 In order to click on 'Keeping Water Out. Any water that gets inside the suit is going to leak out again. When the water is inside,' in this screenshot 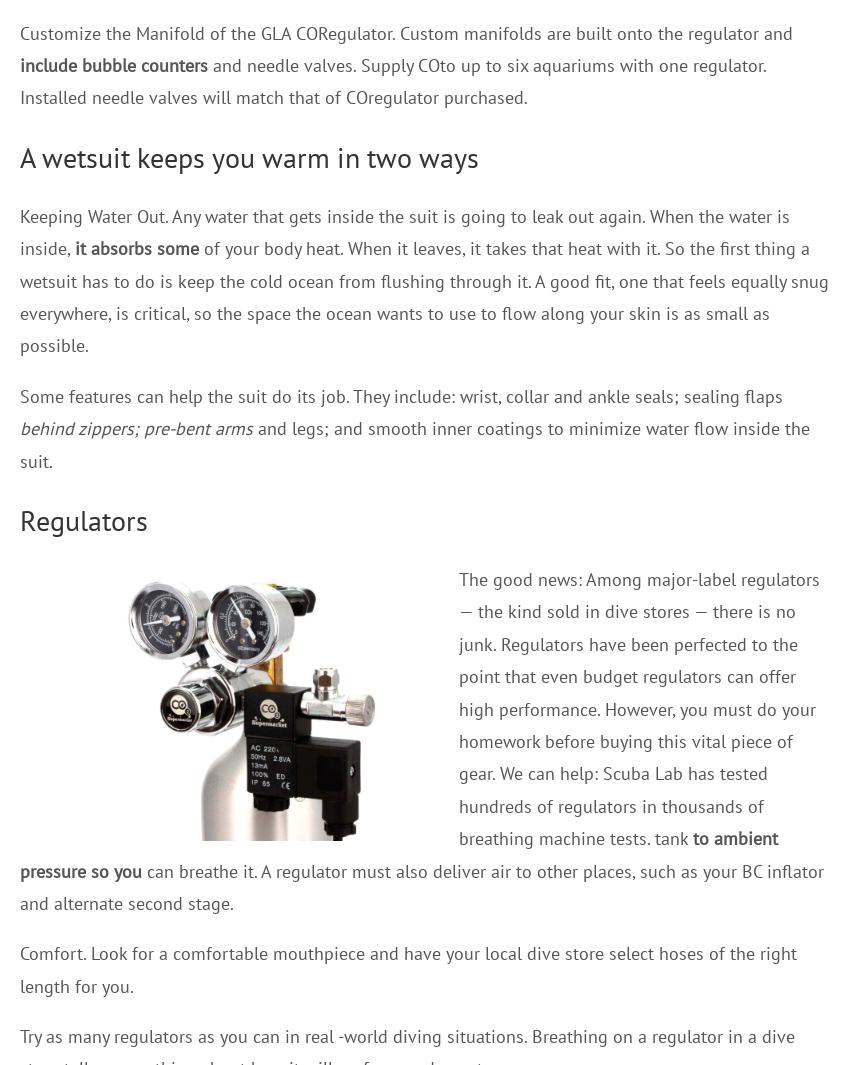, I will do `click(405, 230)`.